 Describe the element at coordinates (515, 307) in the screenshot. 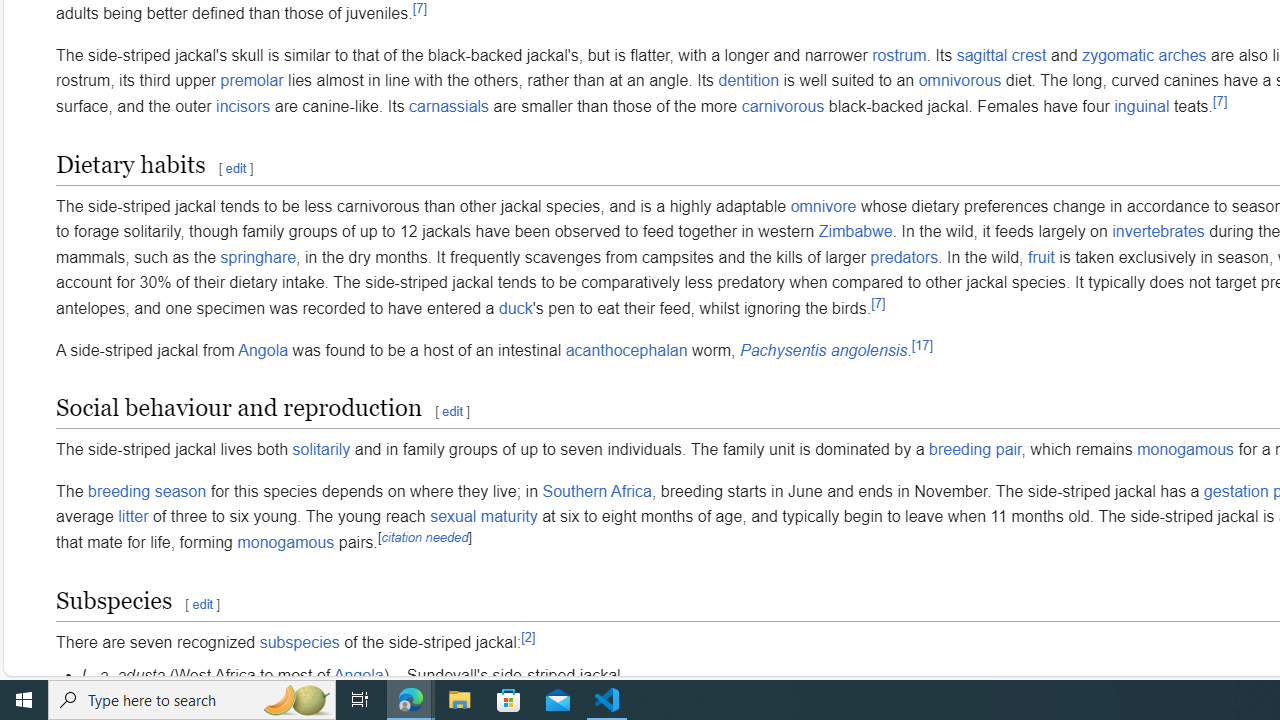

I see `'duck'` at that location.